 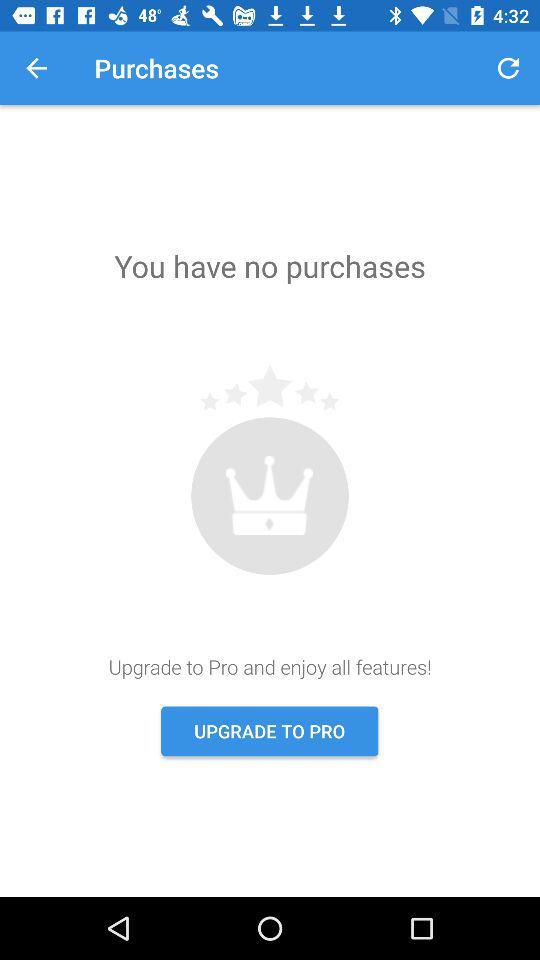 What do you see at coordinates (36, 68) in the screenshot?
I see `icon above the you have no item` at bounding box center [36, 68].